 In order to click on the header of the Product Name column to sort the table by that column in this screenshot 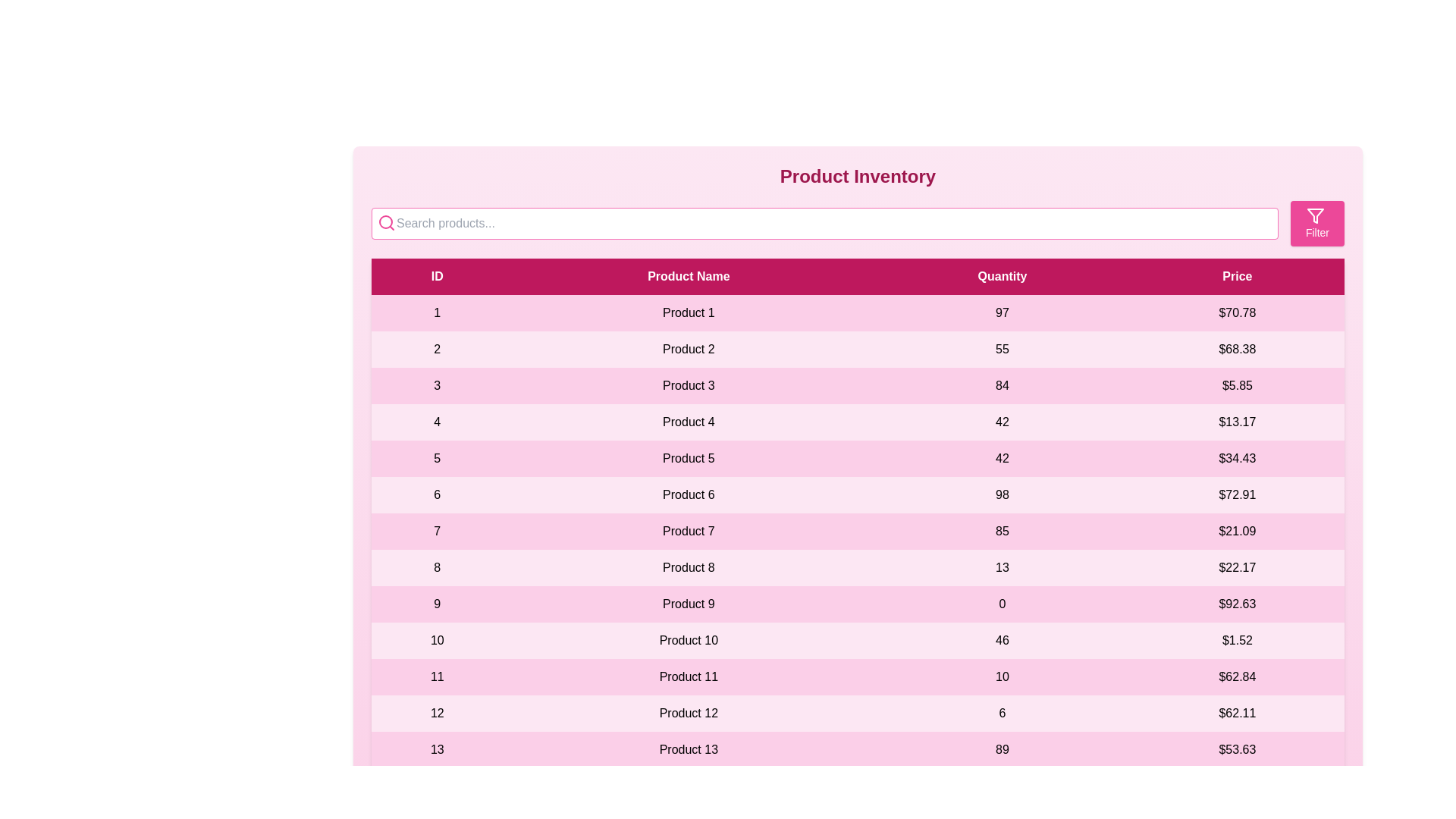, I will do `click(688, 277)`.